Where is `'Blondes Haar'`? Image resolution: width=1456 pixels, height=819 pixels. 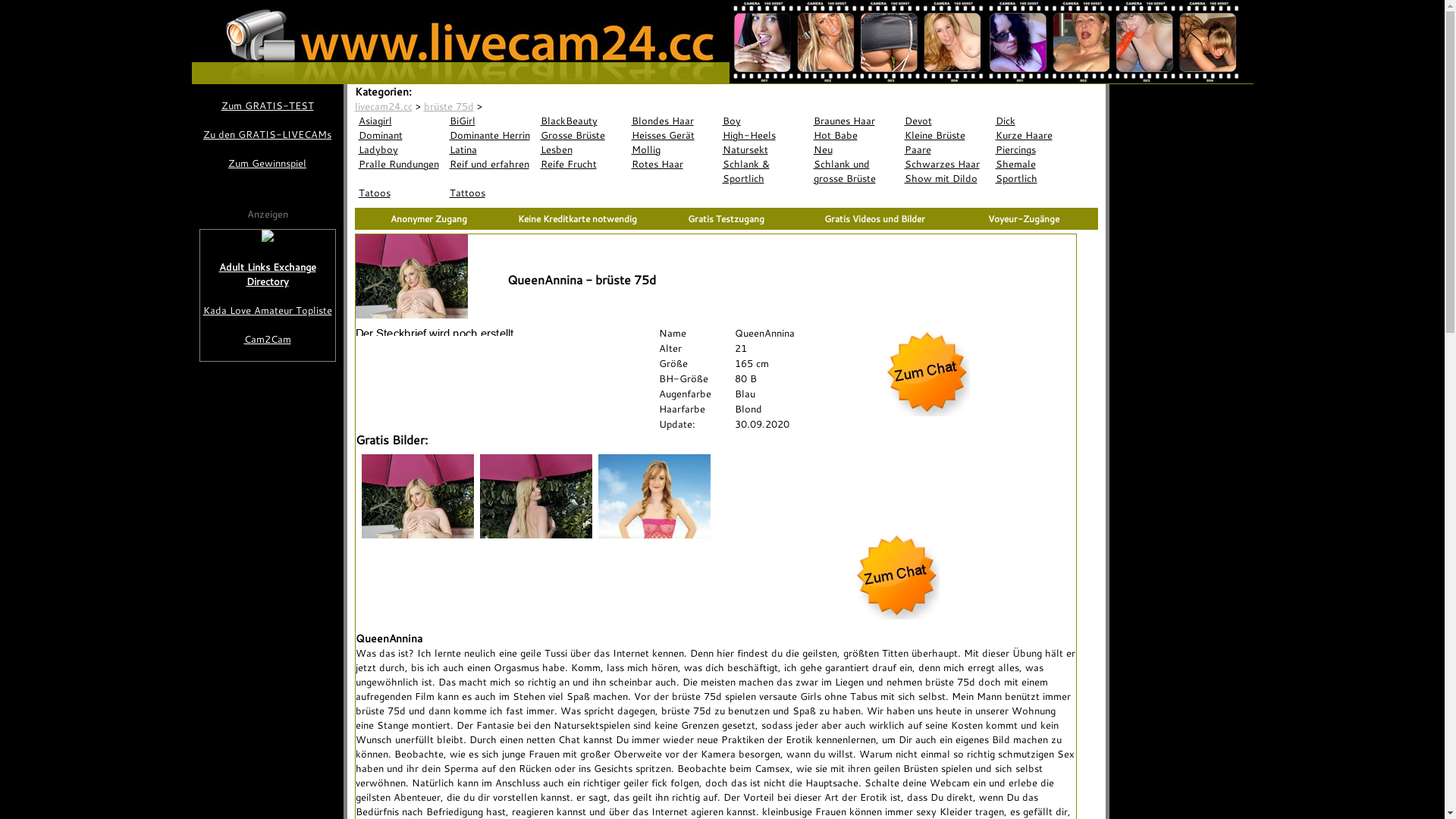
'Blondes Haar' is located at coordinates (673, 120).